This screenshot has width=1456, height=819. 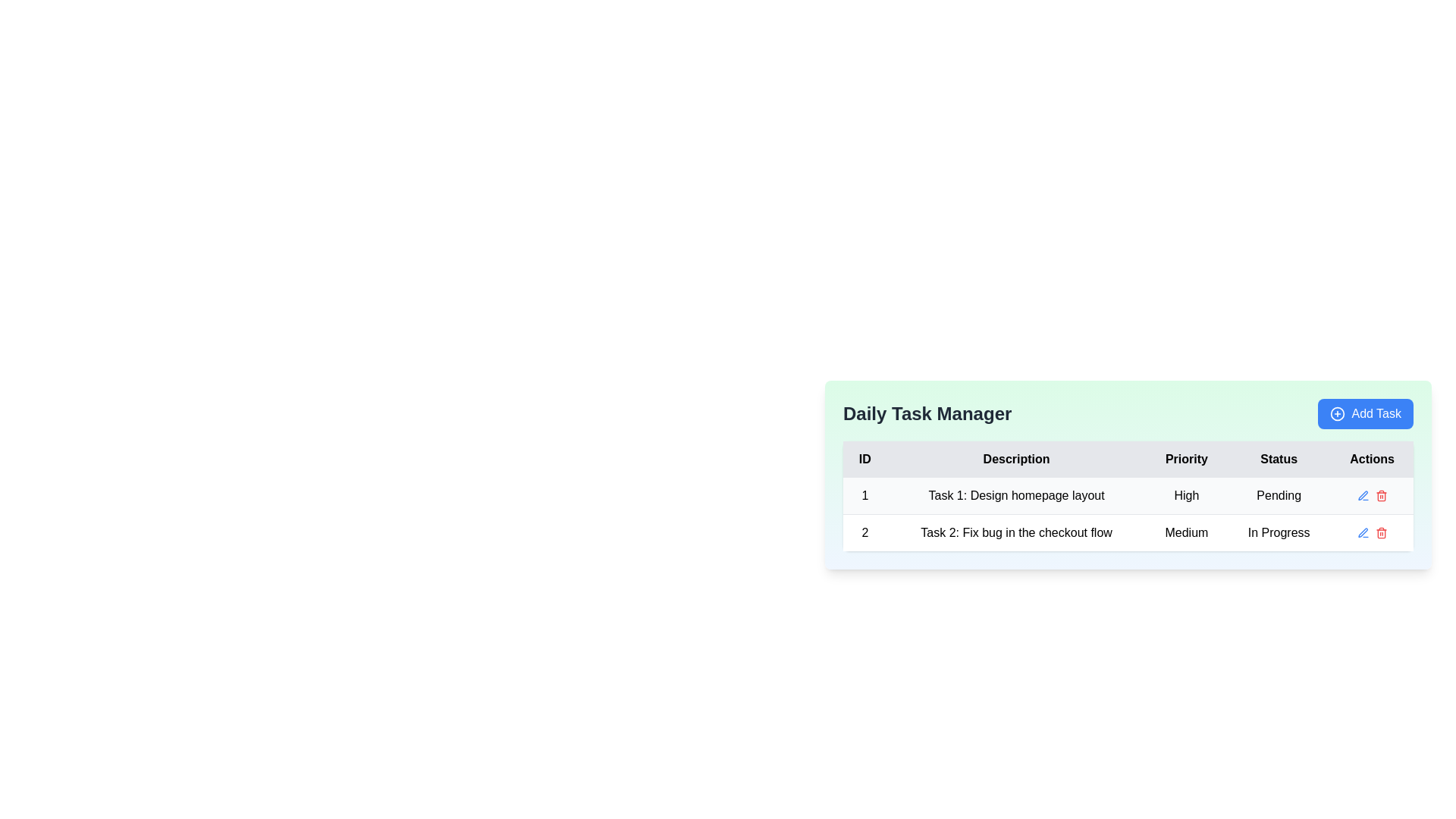 I want to click on the red trash icon button in the Actions column for the task labeled 'Task 2: Fix bug in the checkout flow', so click(x=1381, y=532).